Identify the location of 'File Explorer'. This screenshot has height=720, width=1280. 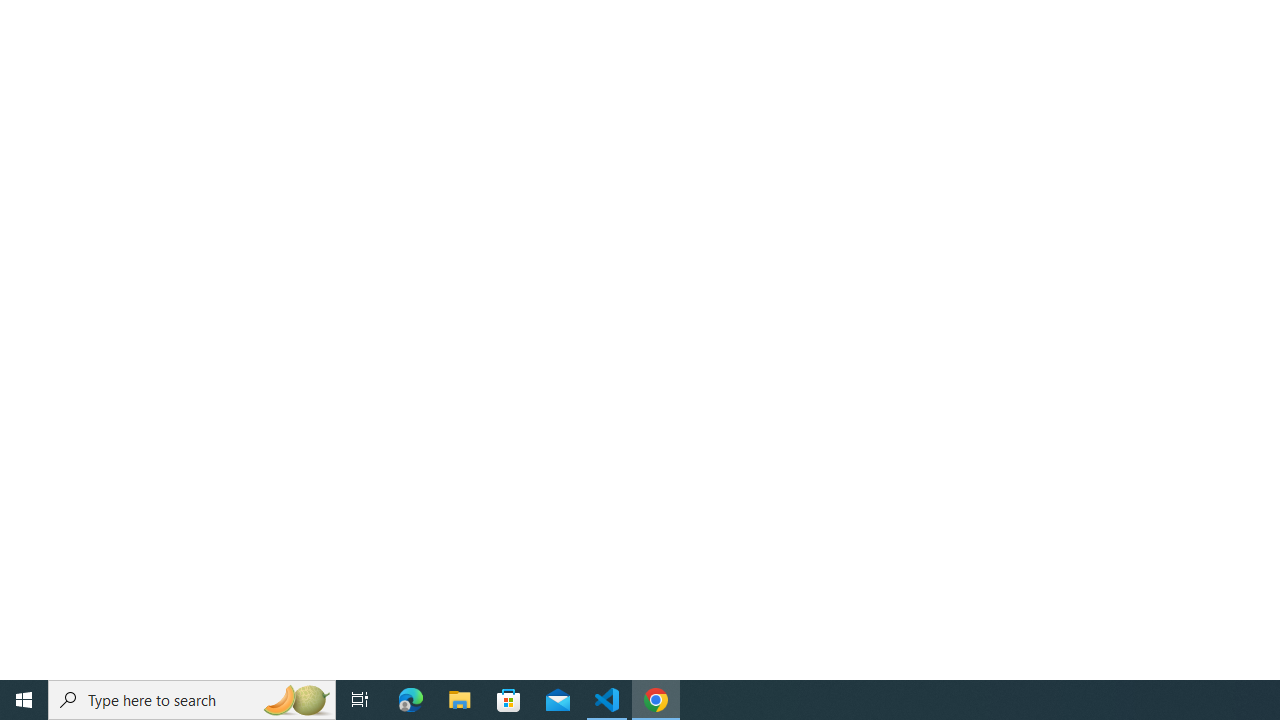
(459, 698).